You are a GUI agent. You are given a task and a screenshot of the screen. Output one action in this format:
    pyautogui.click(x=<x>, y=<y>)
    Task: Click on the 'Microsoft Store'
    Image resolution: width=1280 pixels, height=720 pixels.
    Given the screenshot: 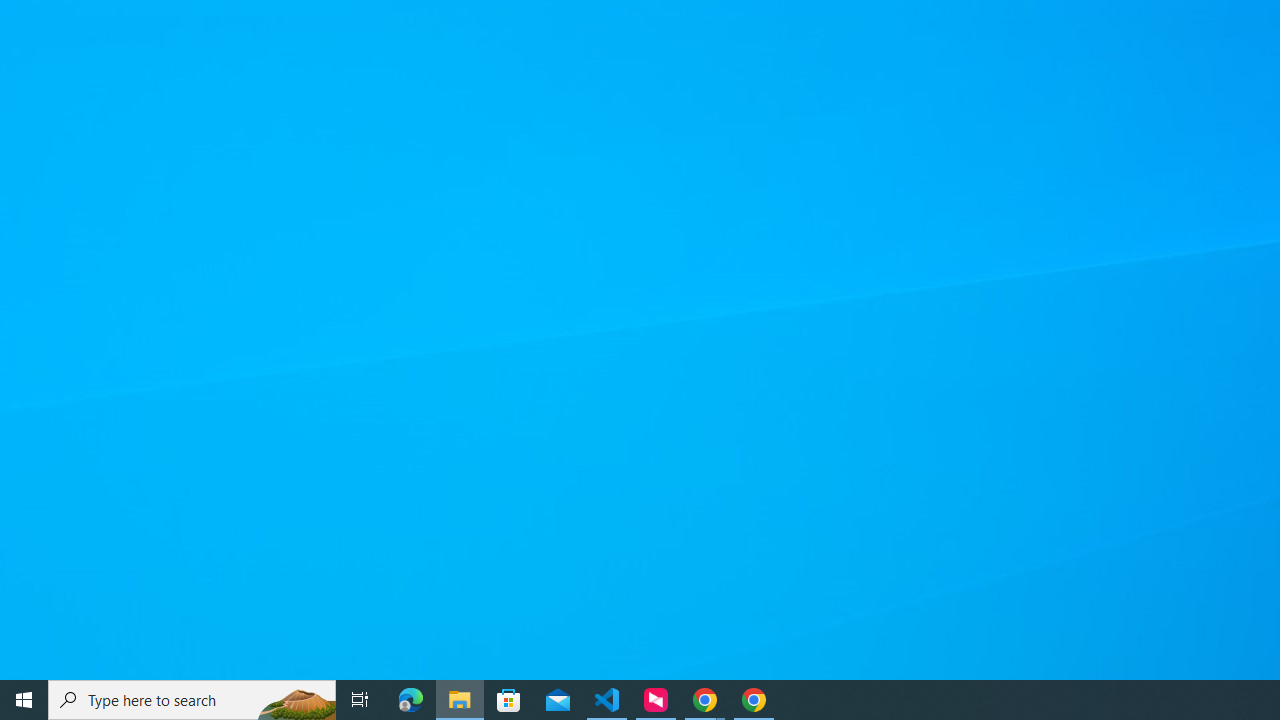 What is the action you would take?
    pyautogui.click(x=509, y=698)
    